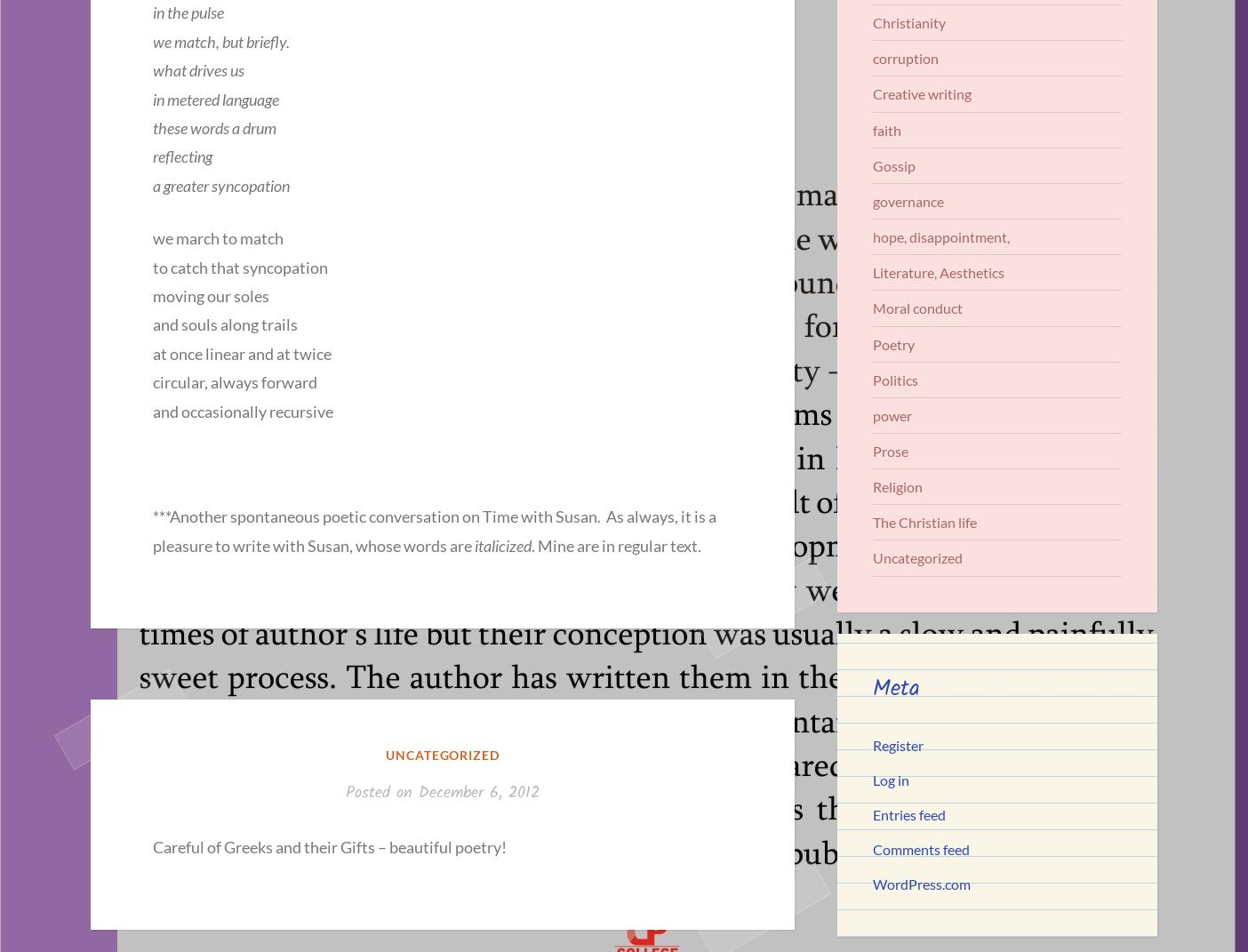 Image resolution: width=1248 pixels, height=952 pixels. What do you see at coordinates (216, 98) in the screenshot?
I see `'in metered language'` at bounding box center [216, 98].